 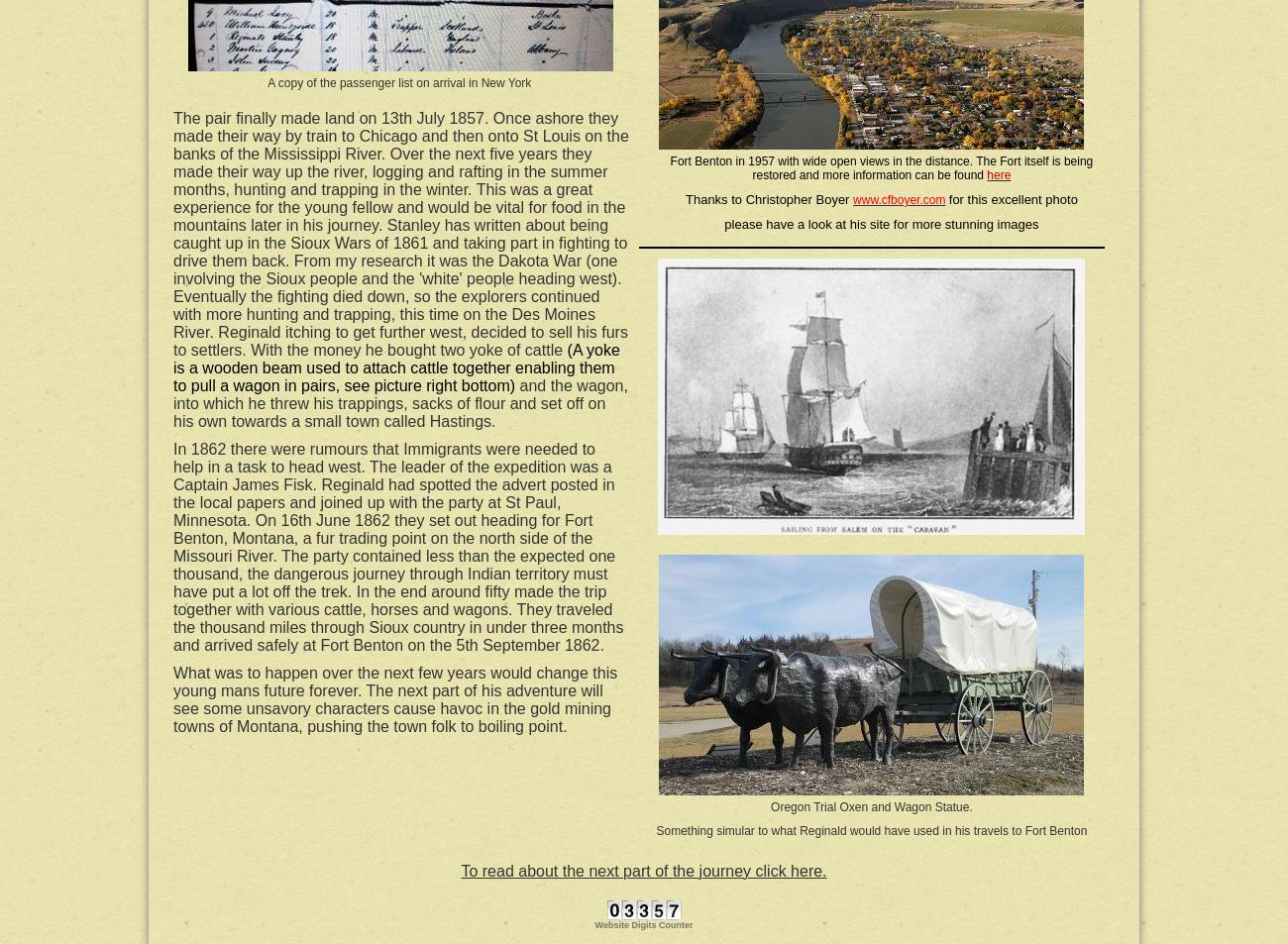 I want to click on 'please have a look at his site for more stunning images', so click(x=880, y=223).